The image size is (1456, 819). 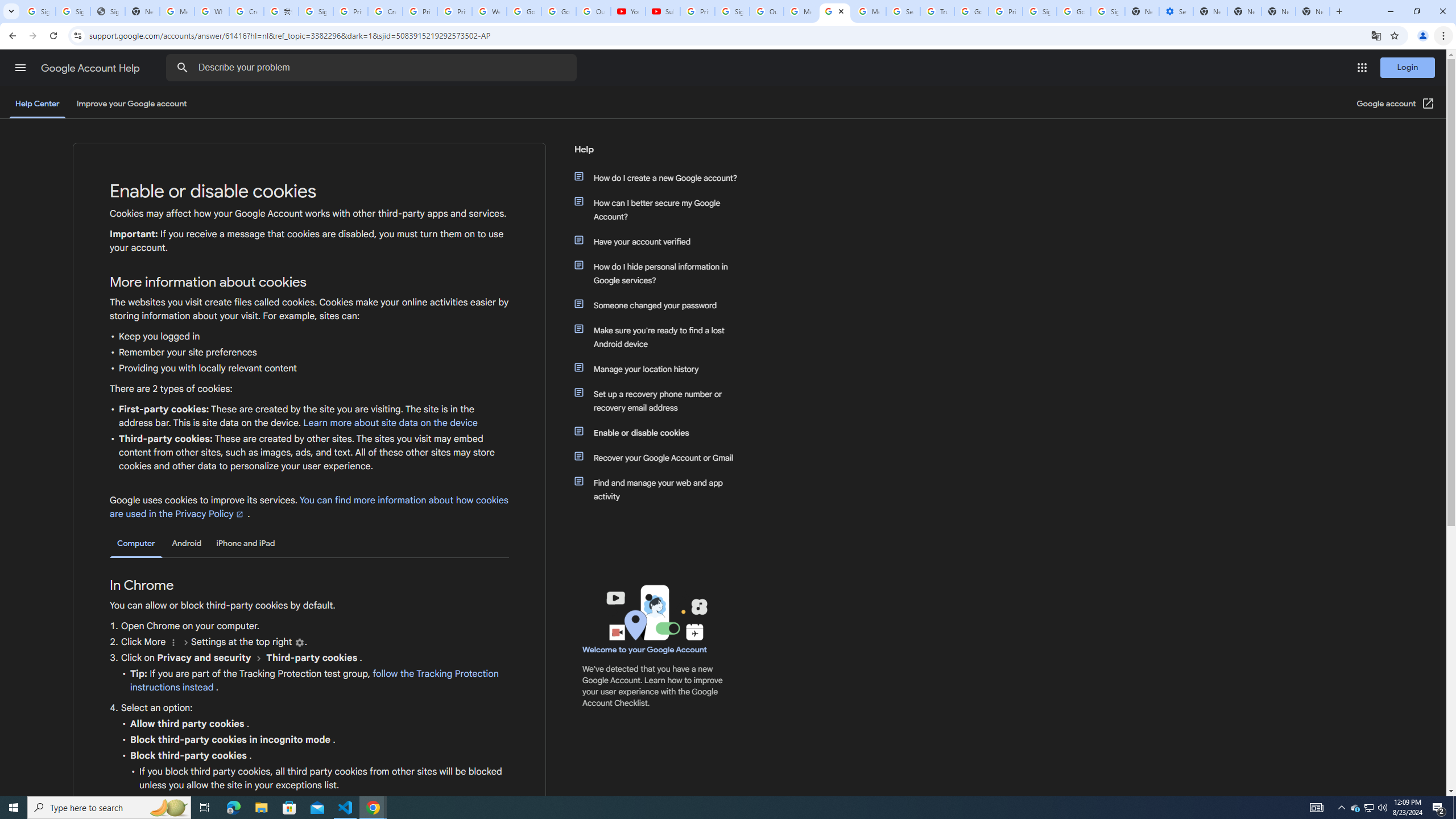 I want to click on 'iPhone and iPad', so click(x=245, y=543).